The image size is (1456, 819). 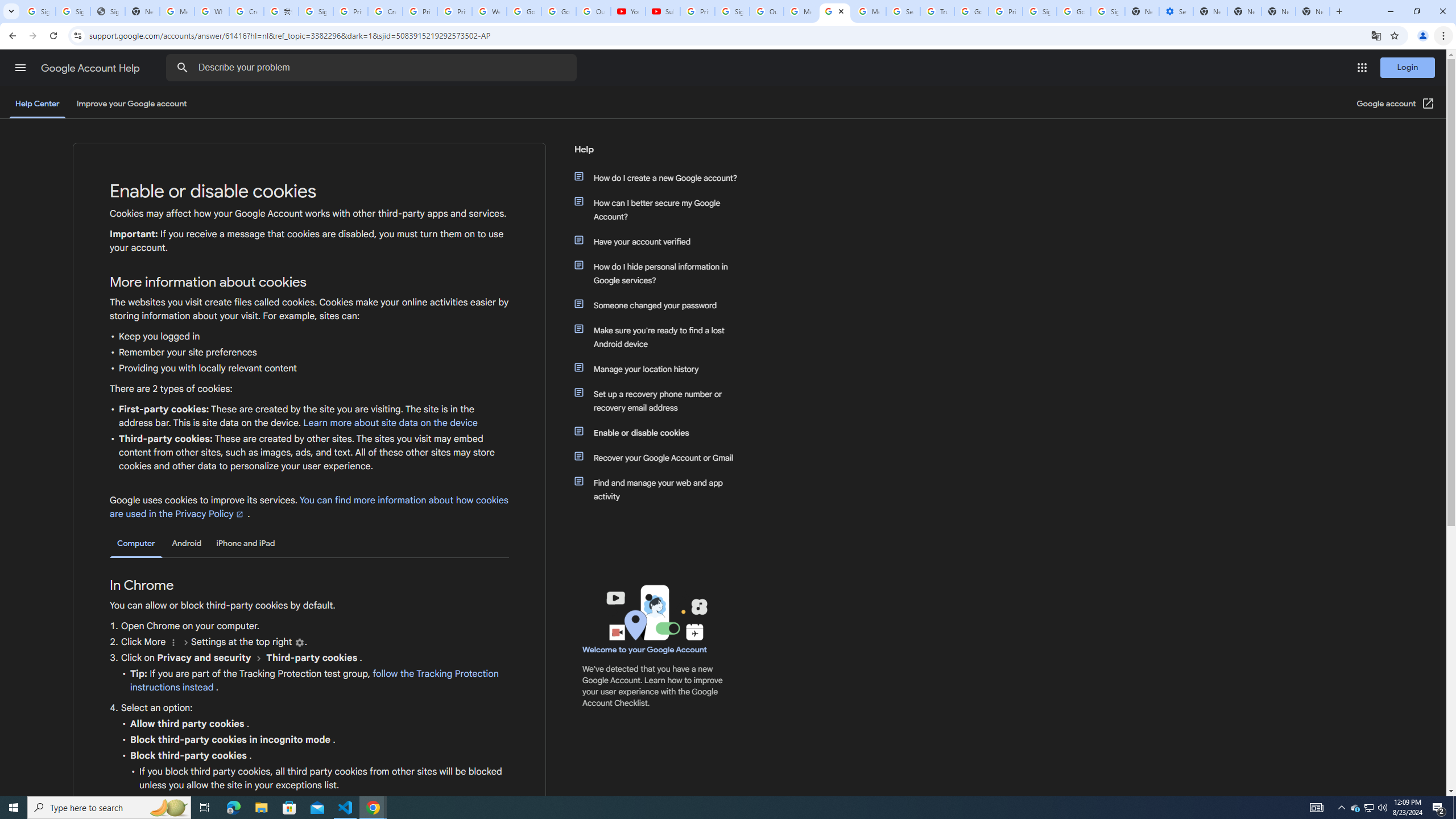 I want to click on 'iPhone and iPad', so click(x=245, y=543).